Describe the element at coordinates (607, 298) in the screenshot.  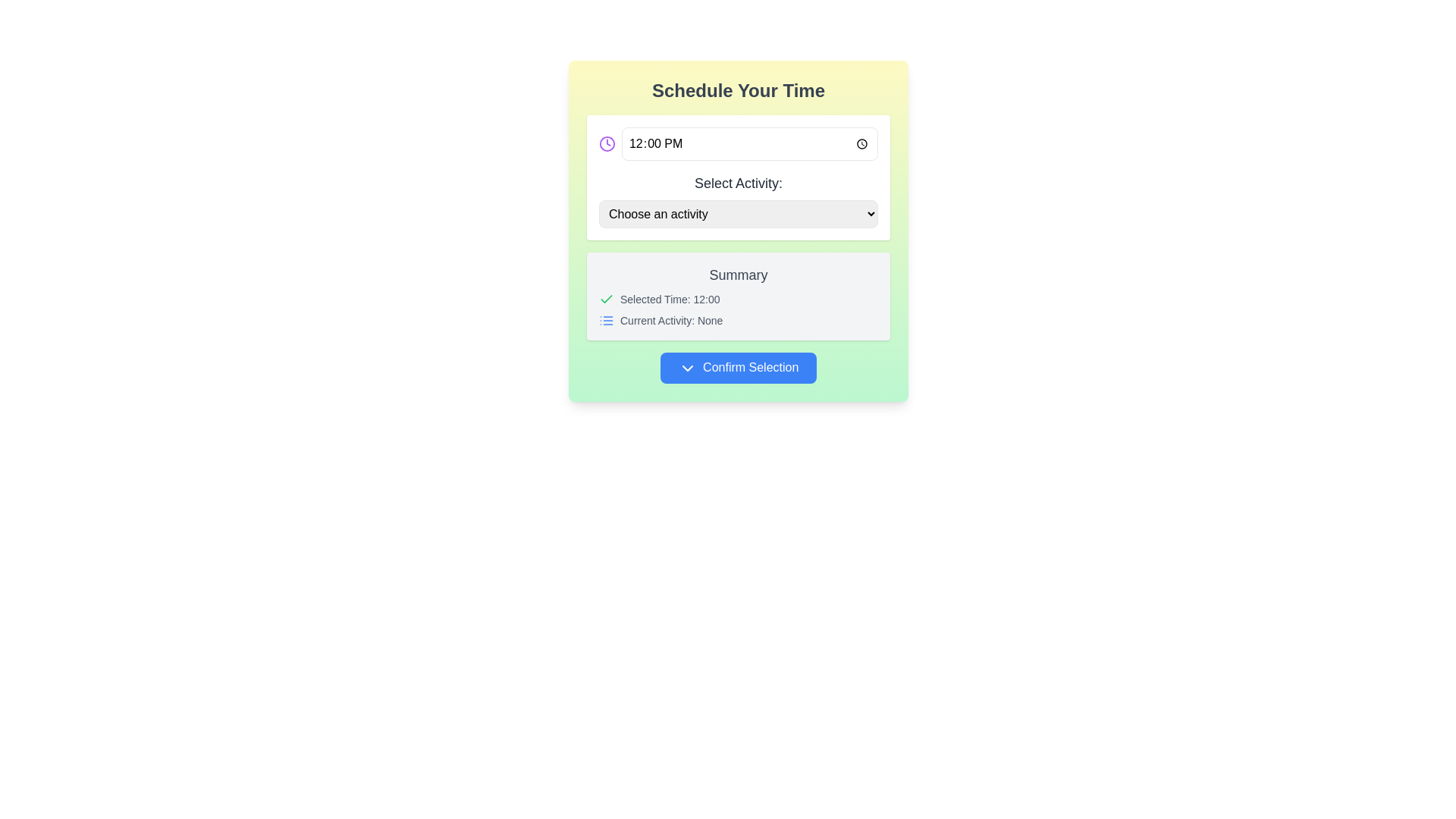
I see `the indication of the green checkmark icon representing a completed action, located in the 'Summary' section adjacent to the selected time text` at that location.